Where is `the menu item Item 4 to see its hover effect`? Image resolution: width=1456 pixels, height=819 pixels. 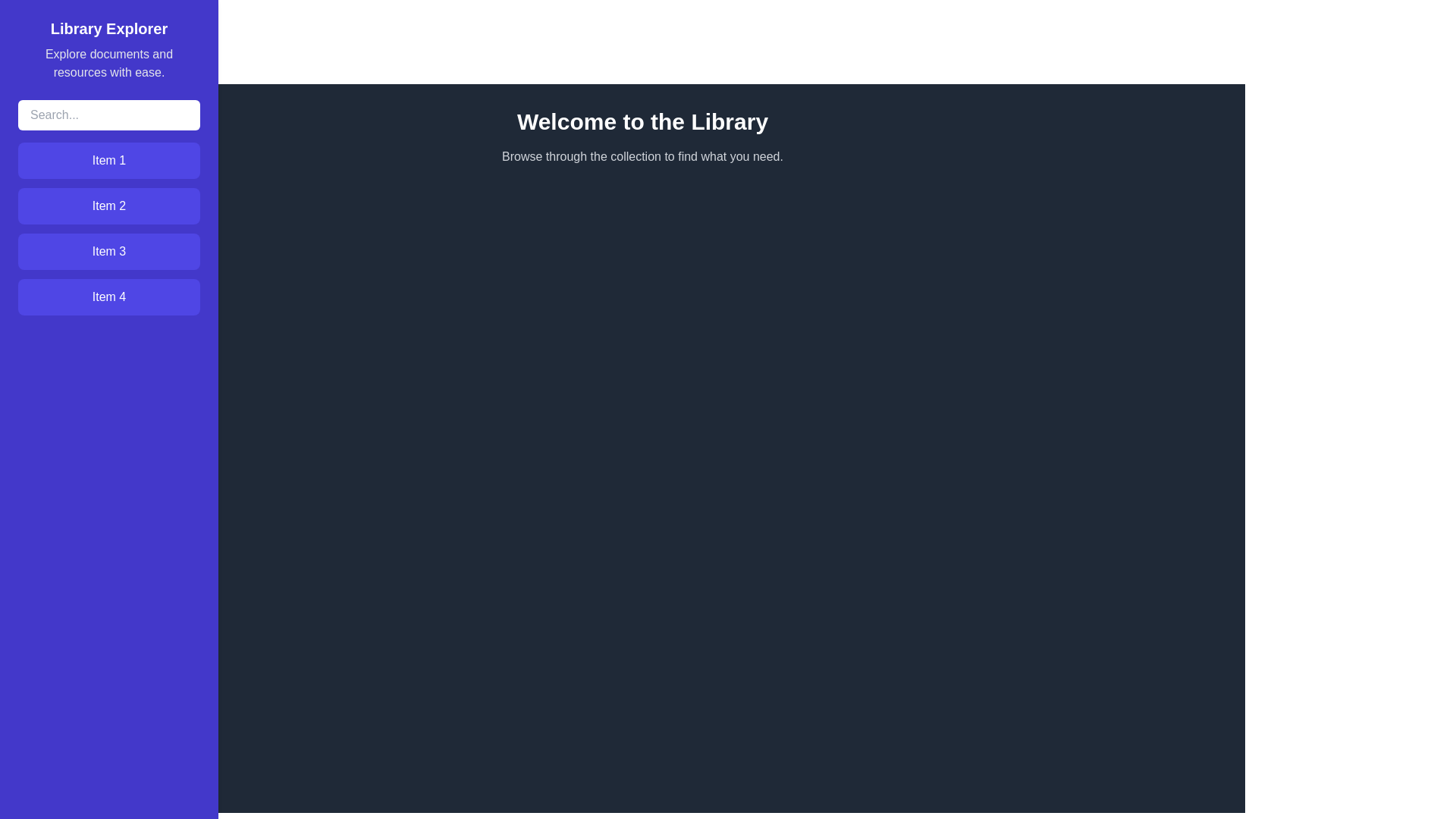 the menu item Item 4 to see its hover effect is located at coordinates (108, 297).